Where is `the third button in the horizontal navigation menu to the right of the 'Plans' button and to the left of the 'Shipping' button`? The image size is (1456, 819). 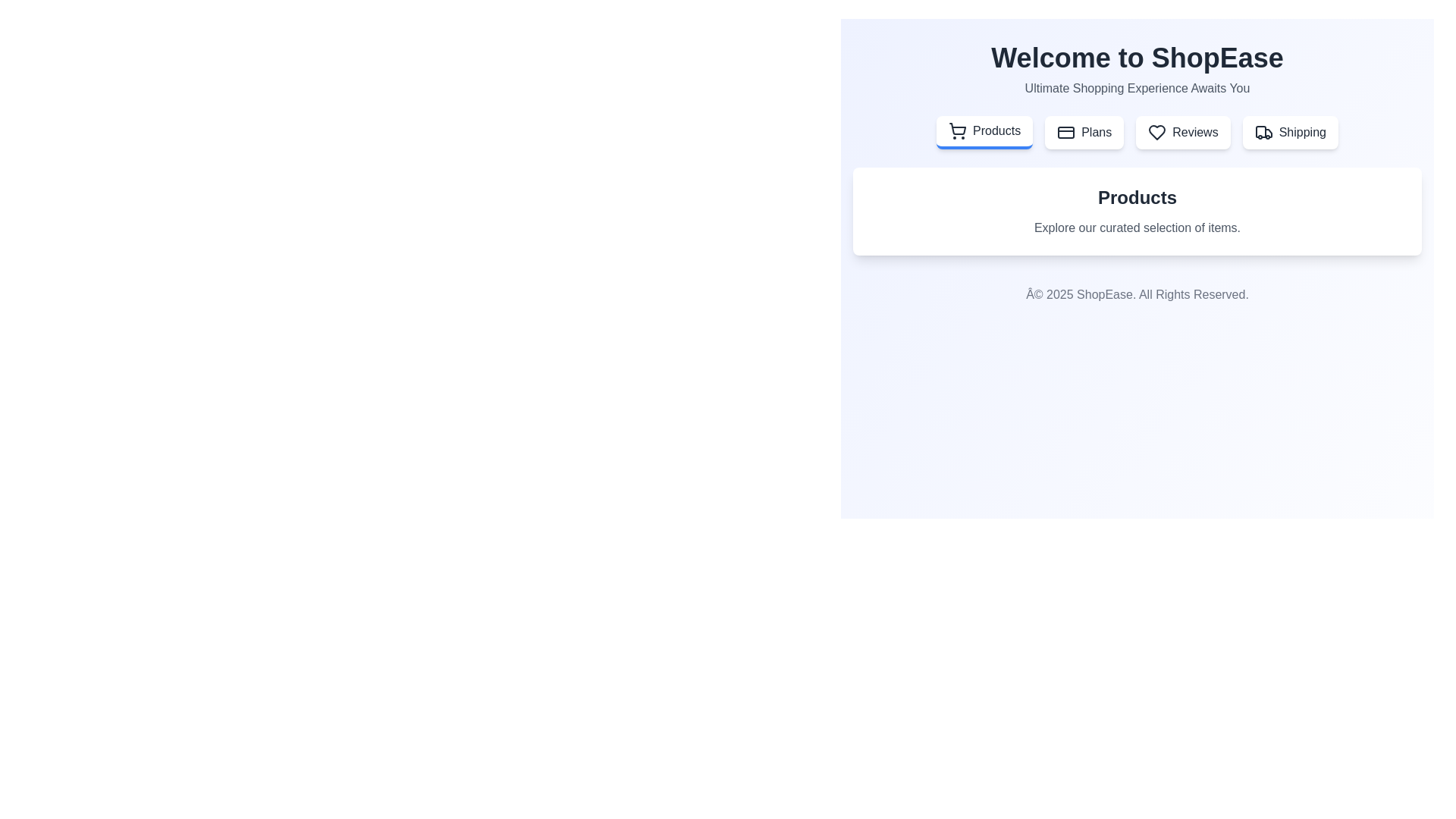 the third button in the horizontal navigation menu to the right of the 'Plans' button and to the left of the 'Shipping' button is located at coordinates (1182, 131).